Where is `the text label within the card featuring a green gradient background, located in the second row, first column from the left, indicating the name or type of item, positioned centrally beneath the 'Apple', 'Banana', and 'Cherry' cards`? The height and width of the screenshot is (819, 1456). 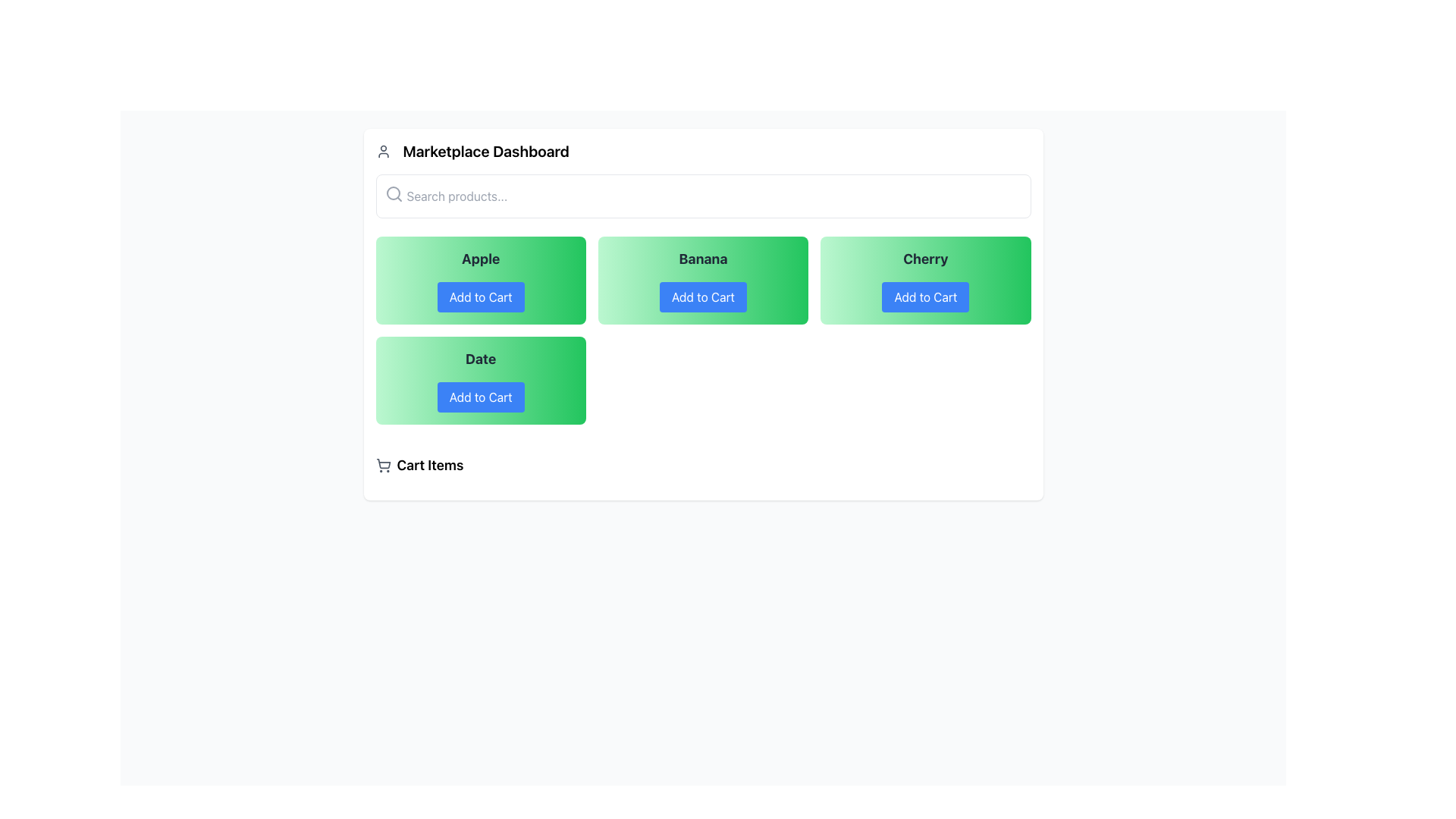
the text label within the card featuring a green gradient background, located in the second row, first column from the left, indicating the name or type of item, positioned centrally beneath the 'Apple', 'Banana', and 'Cherry' cards is located at coordinates (480, 359).